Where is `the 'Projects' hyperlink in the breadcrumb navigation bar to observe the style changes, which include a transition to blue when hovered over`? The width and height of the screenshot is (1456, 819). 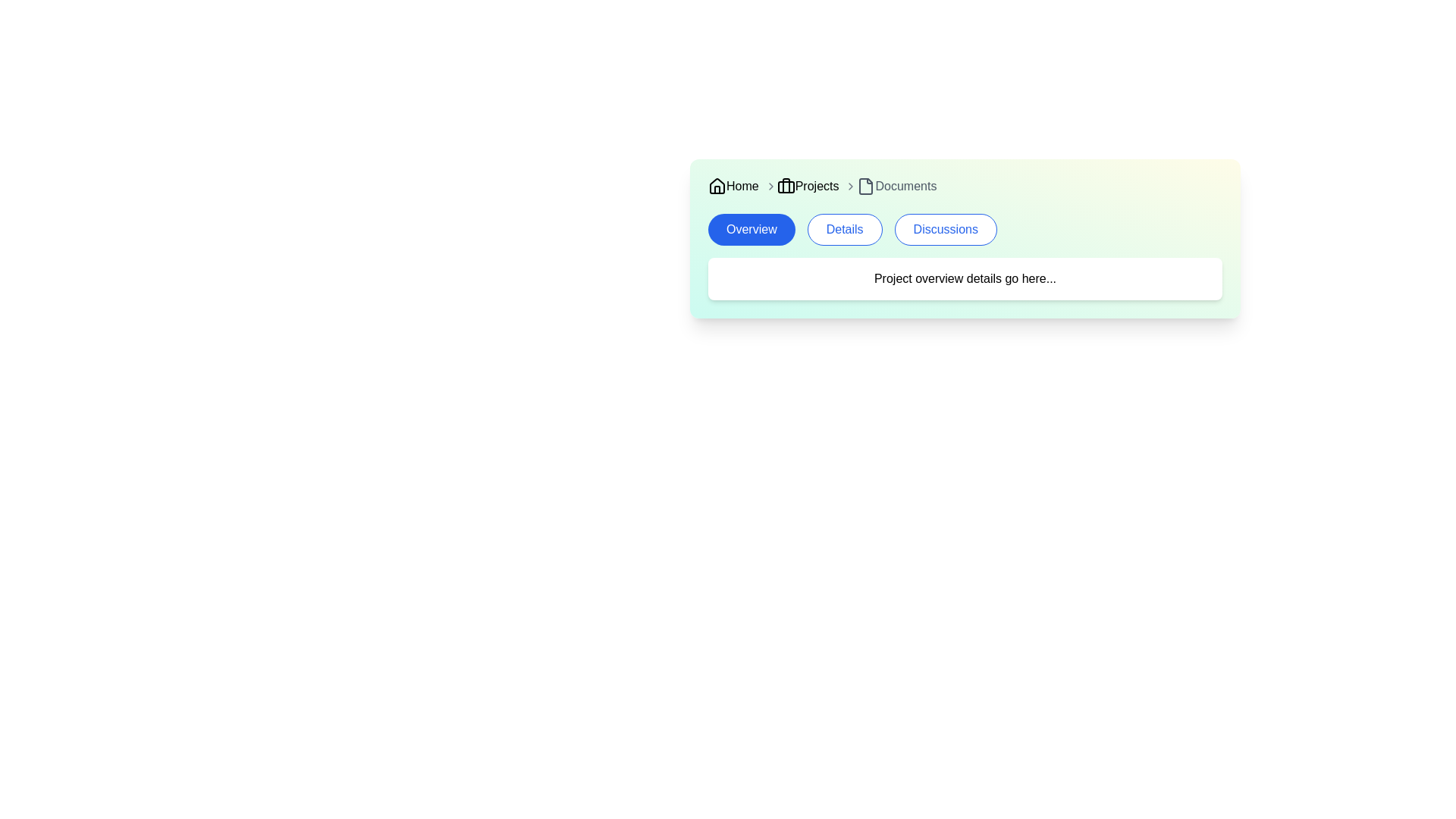
the 'Projects' hyperlink in the breadcrumb navigation bar to observe the style changes, which include a transition to blue when hovered over is located at coordinates (807, 186).